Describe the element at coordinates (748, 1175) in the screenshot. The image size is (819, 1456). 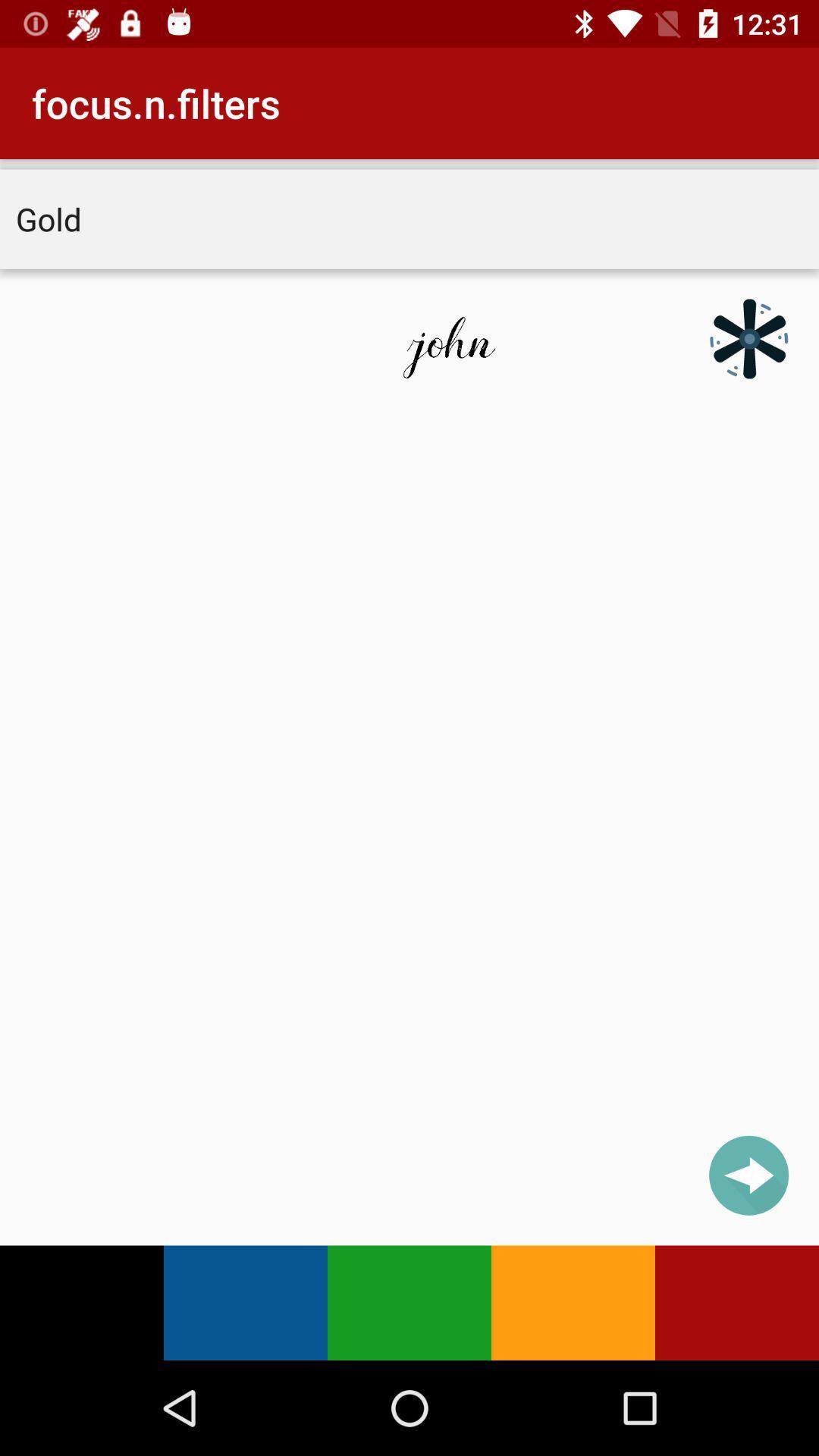
I see `the arrow_forward icon` at that location.